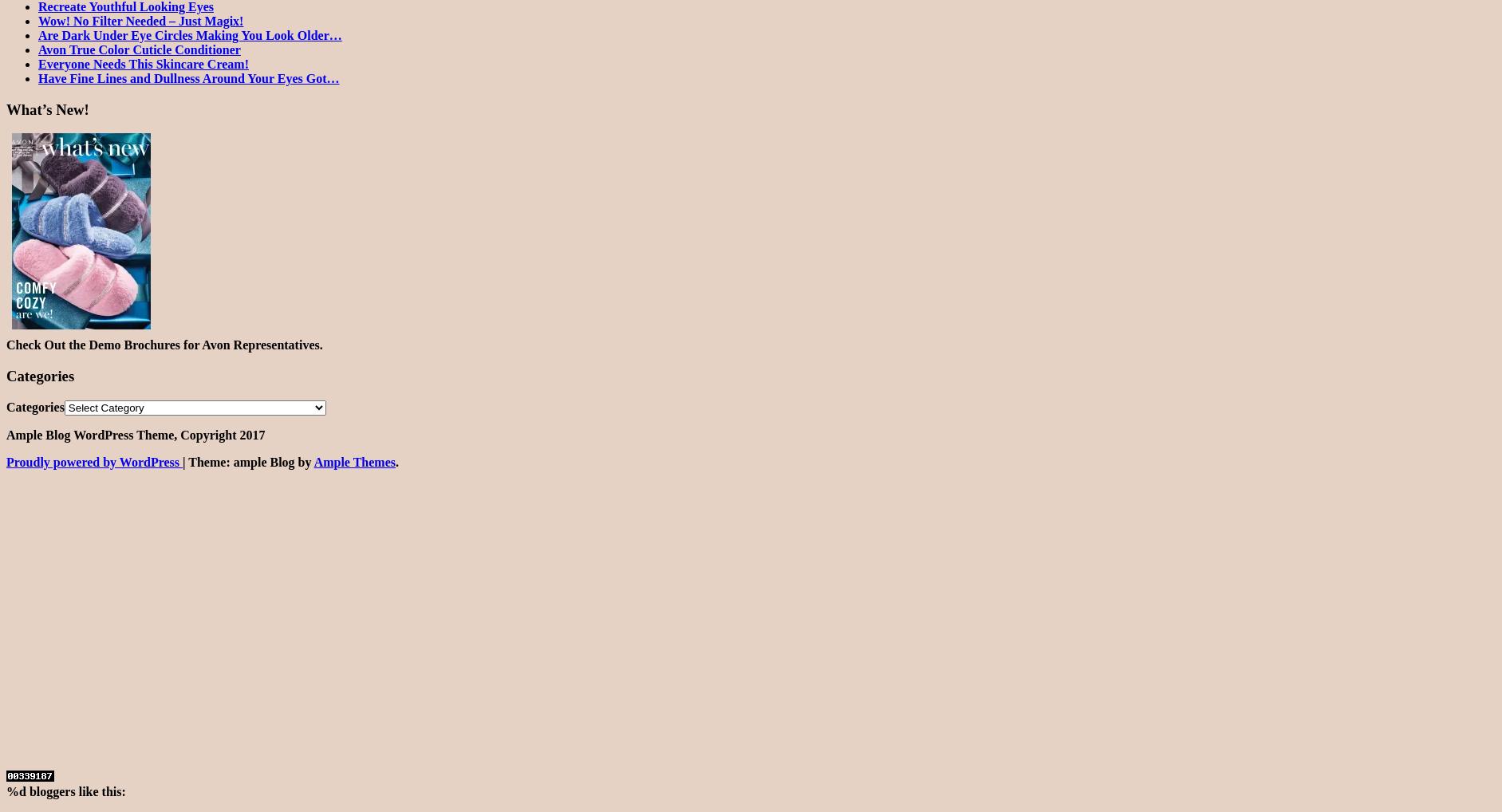  I want to click on 'Everyone Needs This Skincare Cream!', so click(144, 64).